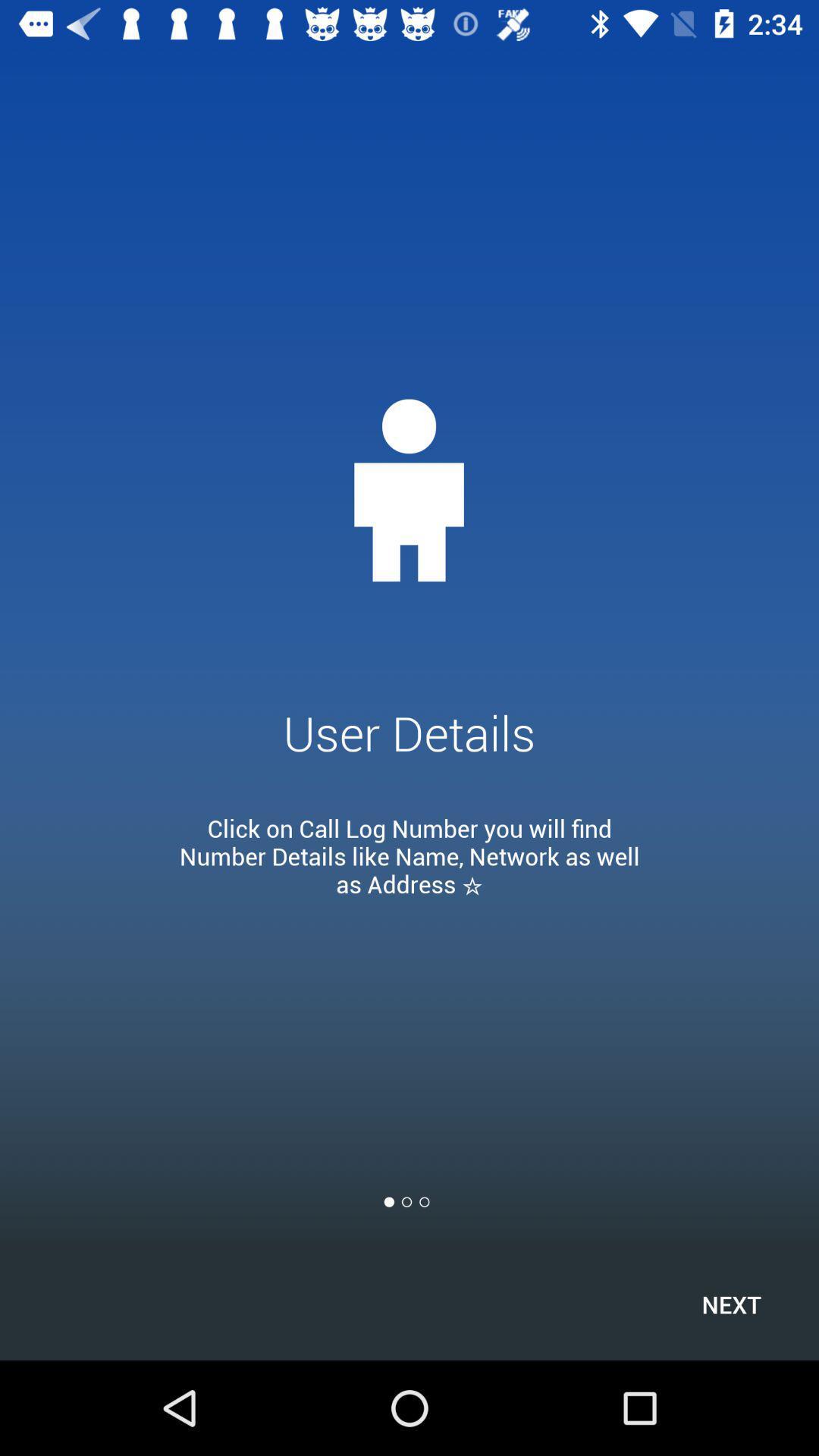 This screenshot has height=1456, width=819. Describe the element at coordinates (730, 1304) in the screenshot. I see `next` at that location.